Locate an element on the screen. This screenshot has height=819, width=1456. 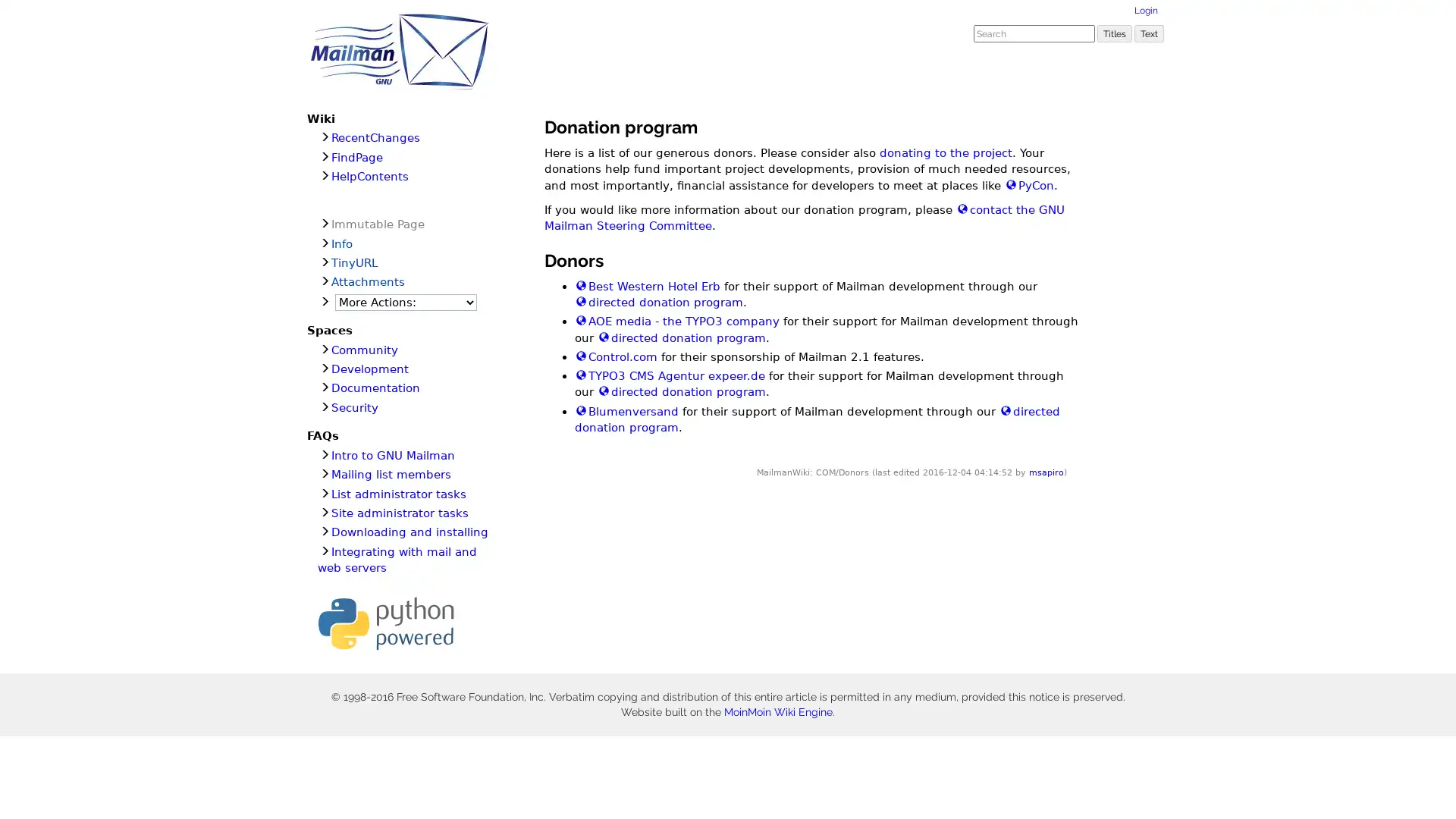
Titles is located at coordinates (1114, 33).